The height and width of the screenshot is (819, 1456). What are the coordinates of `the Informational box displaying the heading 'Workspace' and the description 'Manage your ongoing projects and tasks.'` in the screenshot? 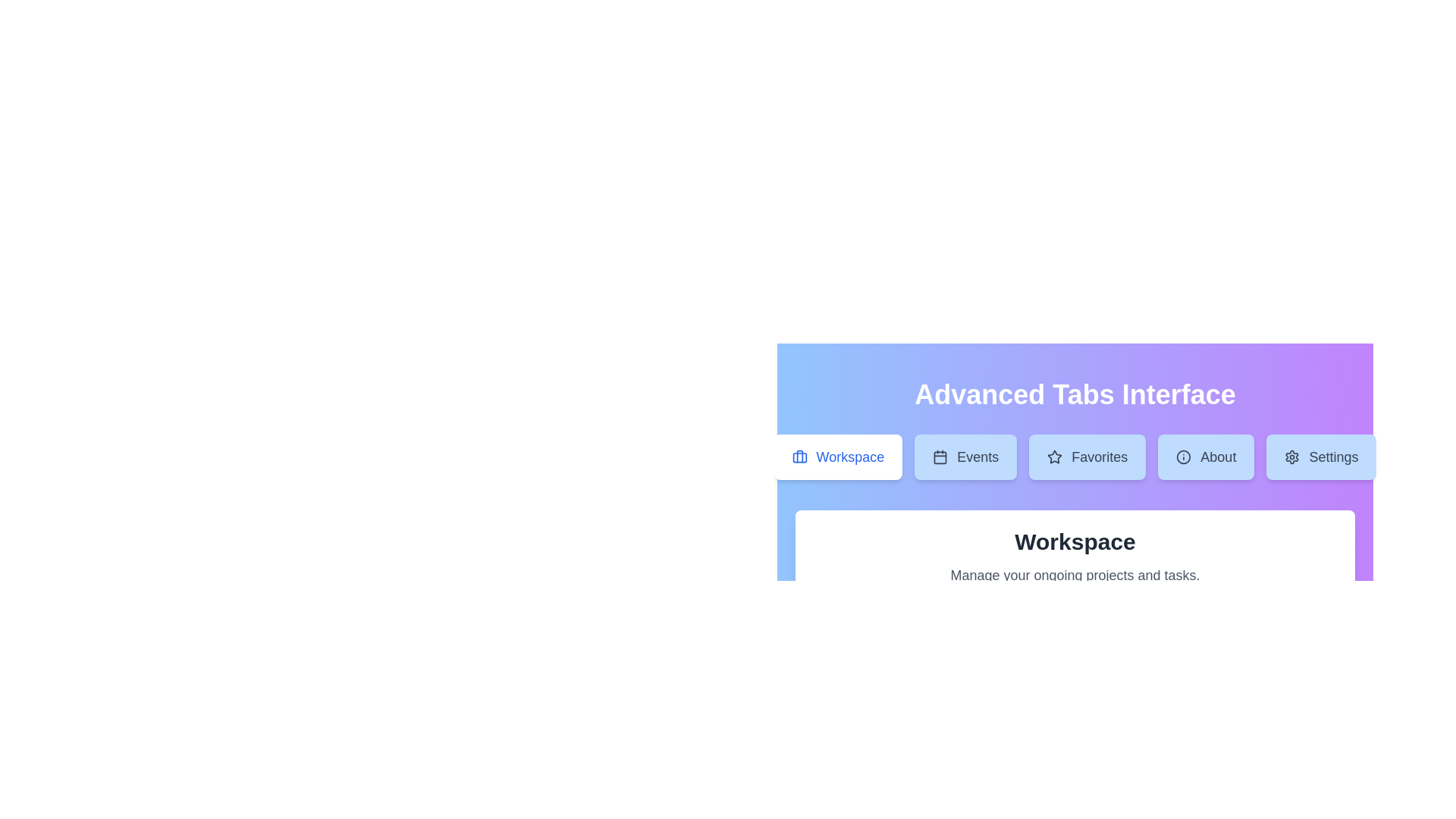 It's located at (1074, 557).